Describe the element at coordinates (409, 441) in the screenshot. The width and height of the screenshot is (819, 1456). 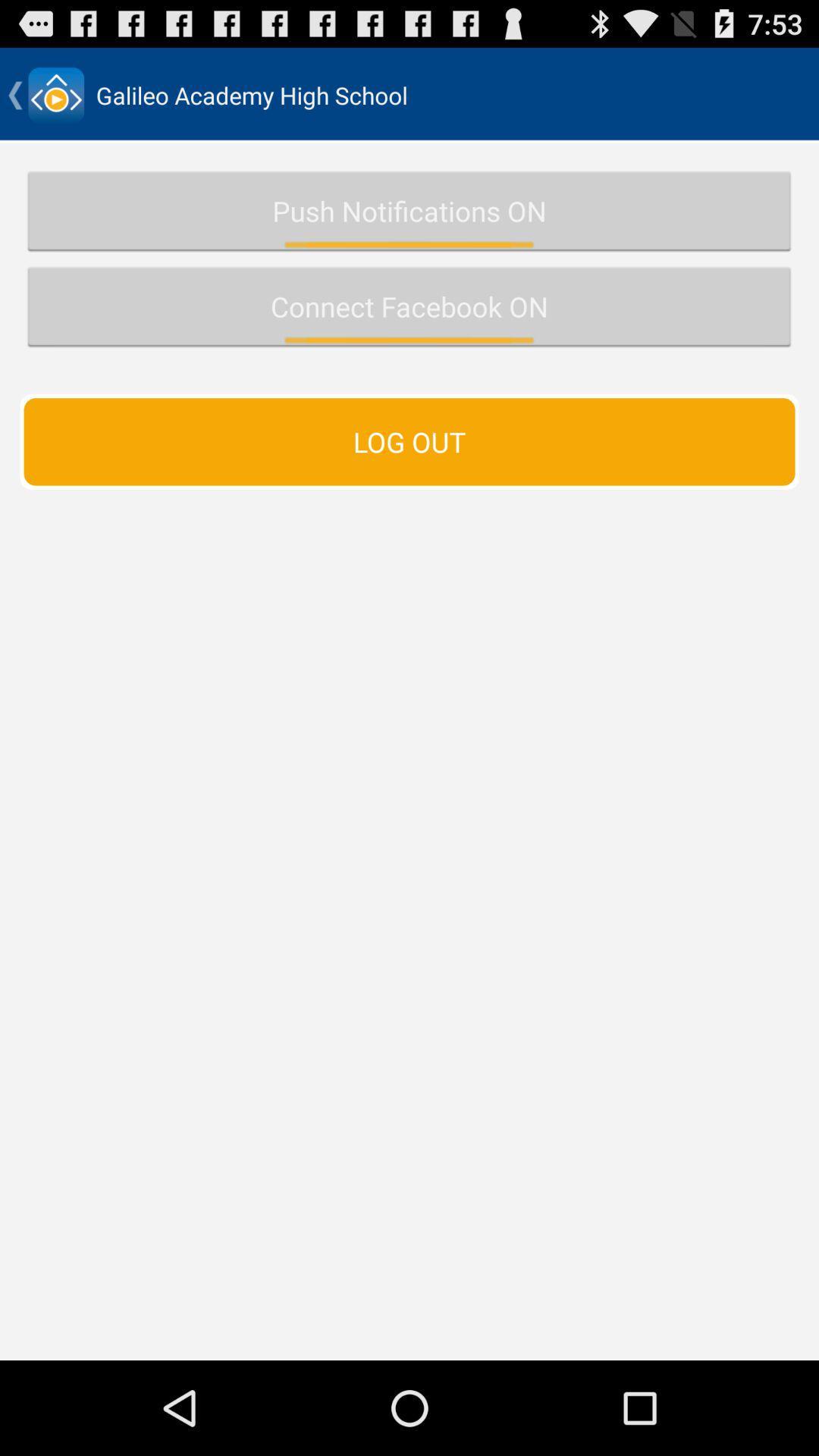
I see `the icon below the connect facebook on` at that location.